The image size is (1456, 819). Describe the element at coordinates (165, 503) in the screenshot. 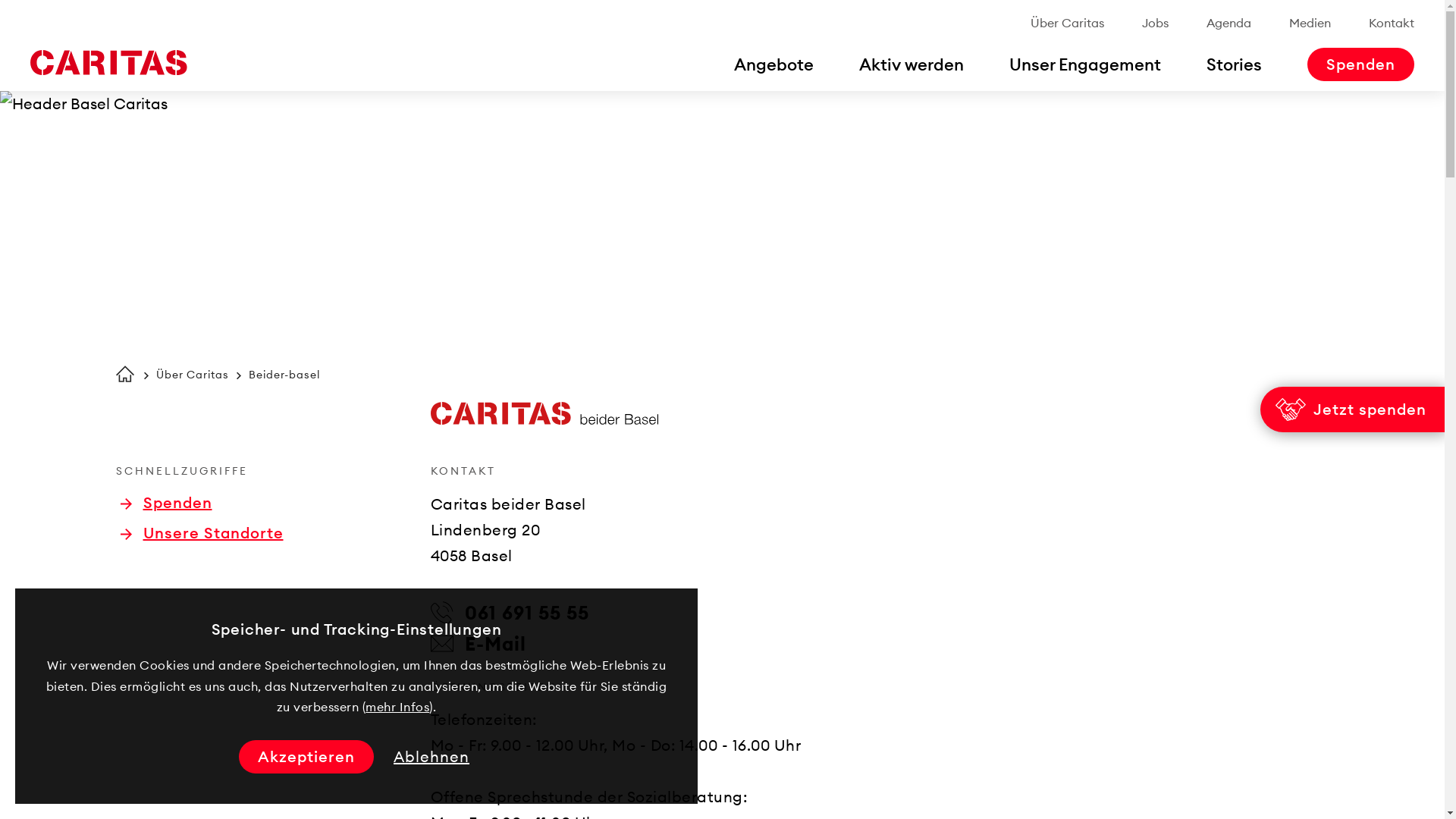

I see `'Spenden'` at that location.